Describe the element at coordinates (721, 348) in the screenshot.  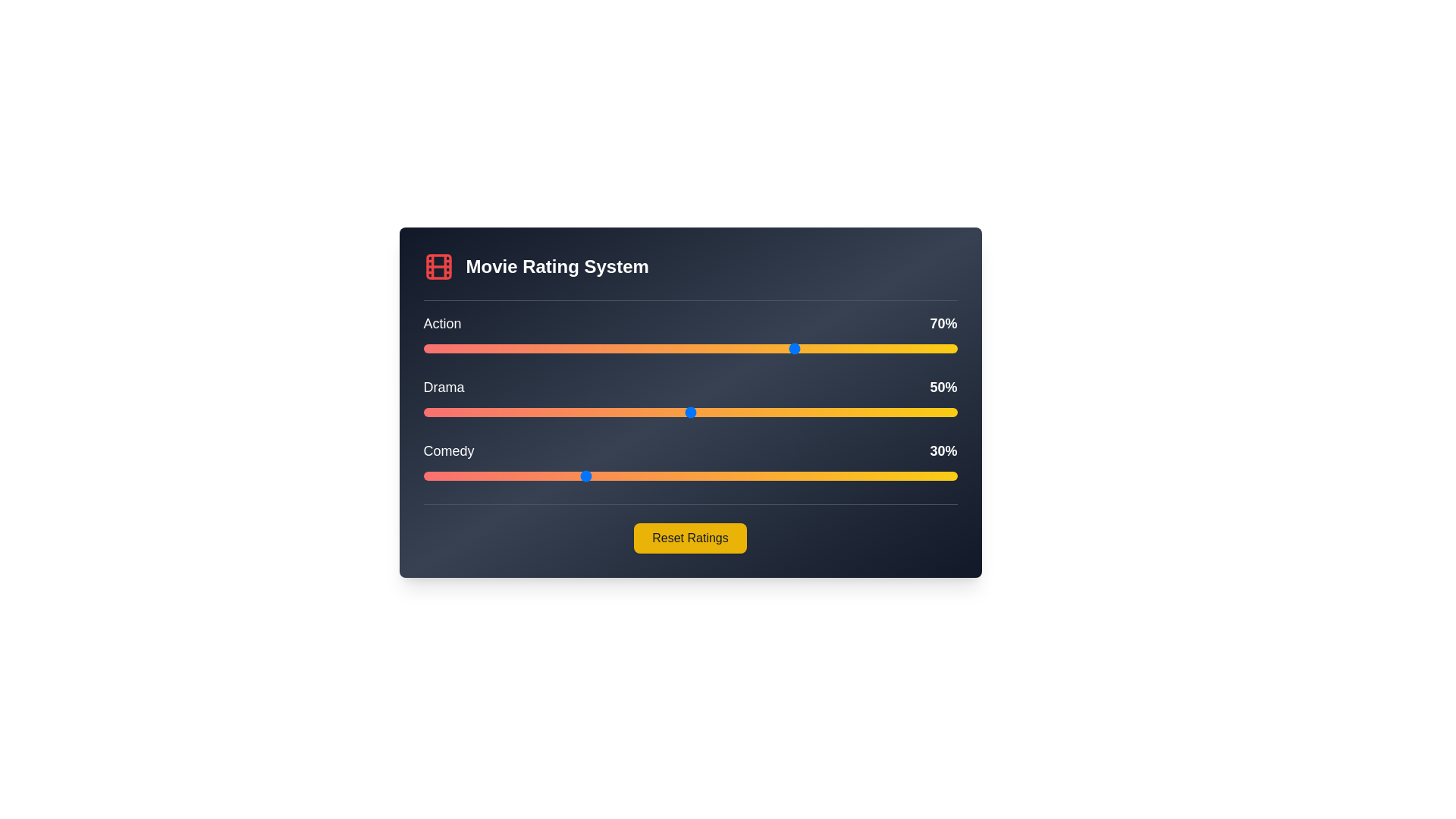
I see `the Action genre slider to a value of 56%` at that location.